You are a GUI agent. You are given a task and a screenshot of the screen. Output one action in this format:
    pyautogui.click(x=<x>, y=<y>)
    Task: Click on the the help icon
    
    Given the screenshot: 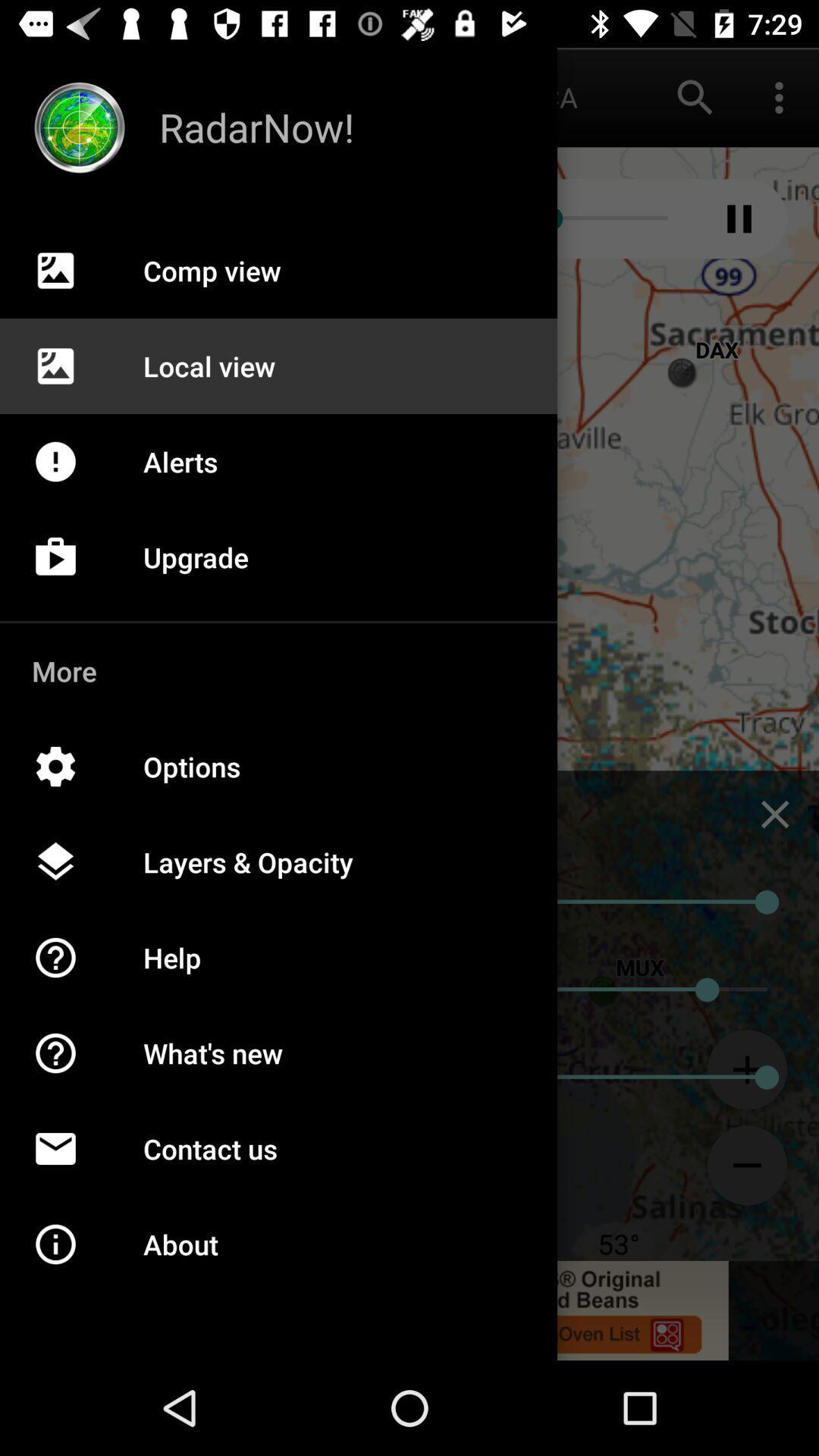 What is the action you would take?
    pyautogui.click(x=71, y=1068)
    